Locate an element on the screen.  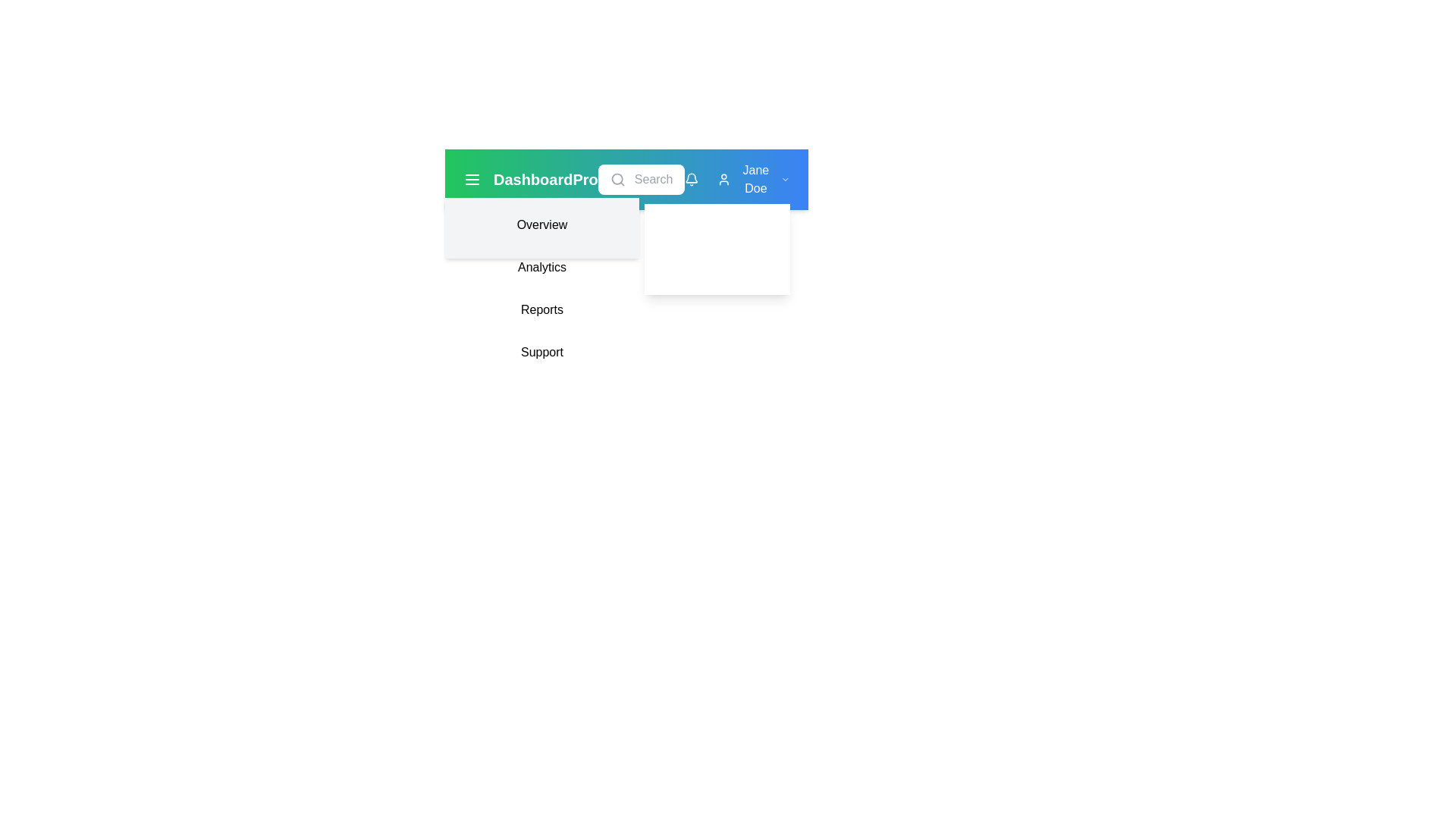
the bell-shaped icon located to the left of the profile icon is located at coordinates (691, 178).